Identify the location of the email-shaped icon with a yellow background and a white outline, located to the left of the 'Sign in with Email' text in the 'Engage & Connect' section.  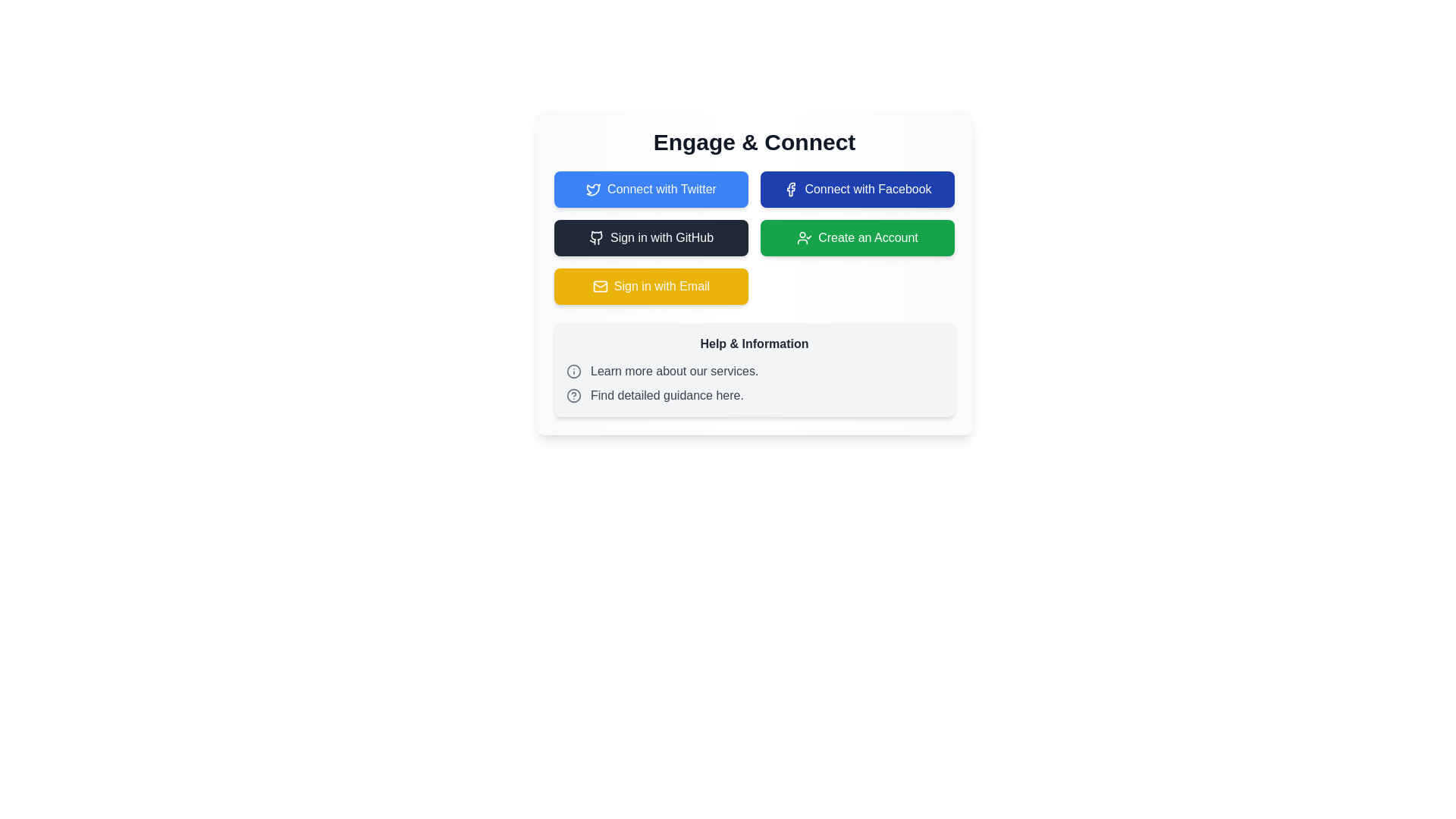
(599, 287).